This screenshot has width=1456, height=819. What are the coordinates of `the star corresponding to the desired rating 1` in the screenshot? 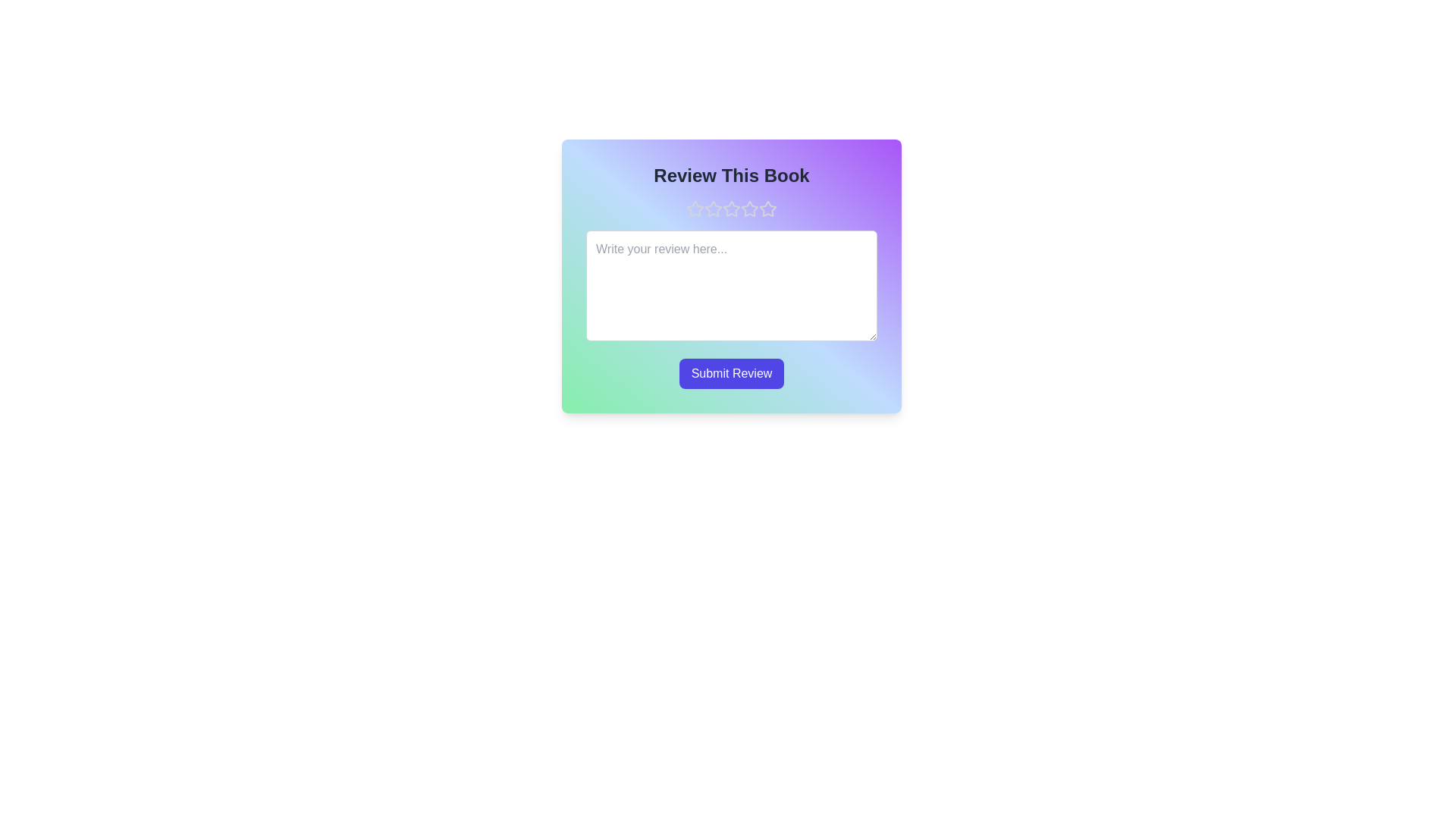 It's located at (694, 209).